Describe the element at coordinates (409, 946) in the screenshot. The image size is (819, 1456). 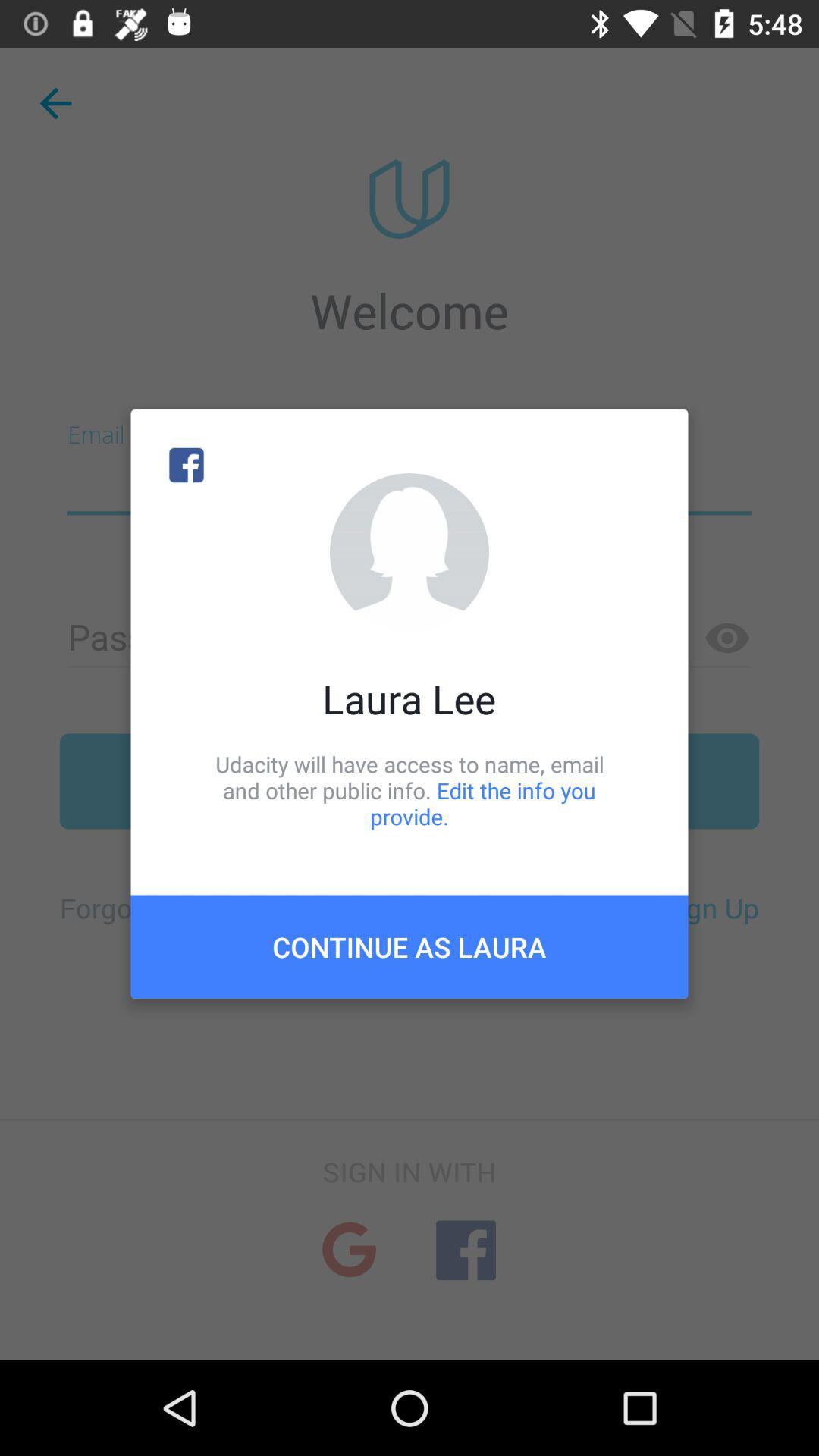
I see `icon below udacity will have item` at that location.